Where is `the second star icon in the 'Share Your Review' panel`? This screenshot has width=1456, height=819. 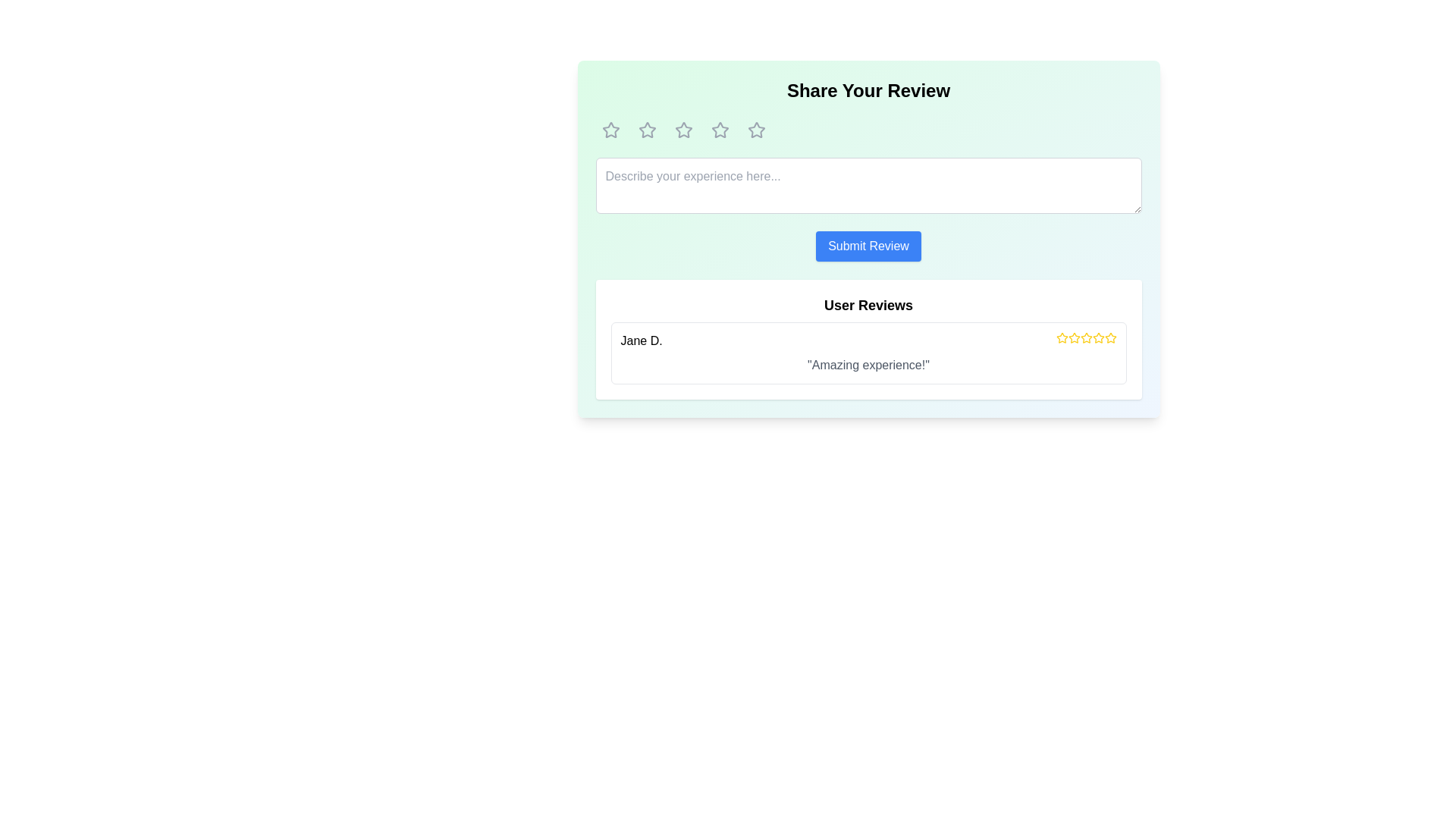 the second star icon in the 'Share Your Review' panel is located at coordinates (1061, 336).